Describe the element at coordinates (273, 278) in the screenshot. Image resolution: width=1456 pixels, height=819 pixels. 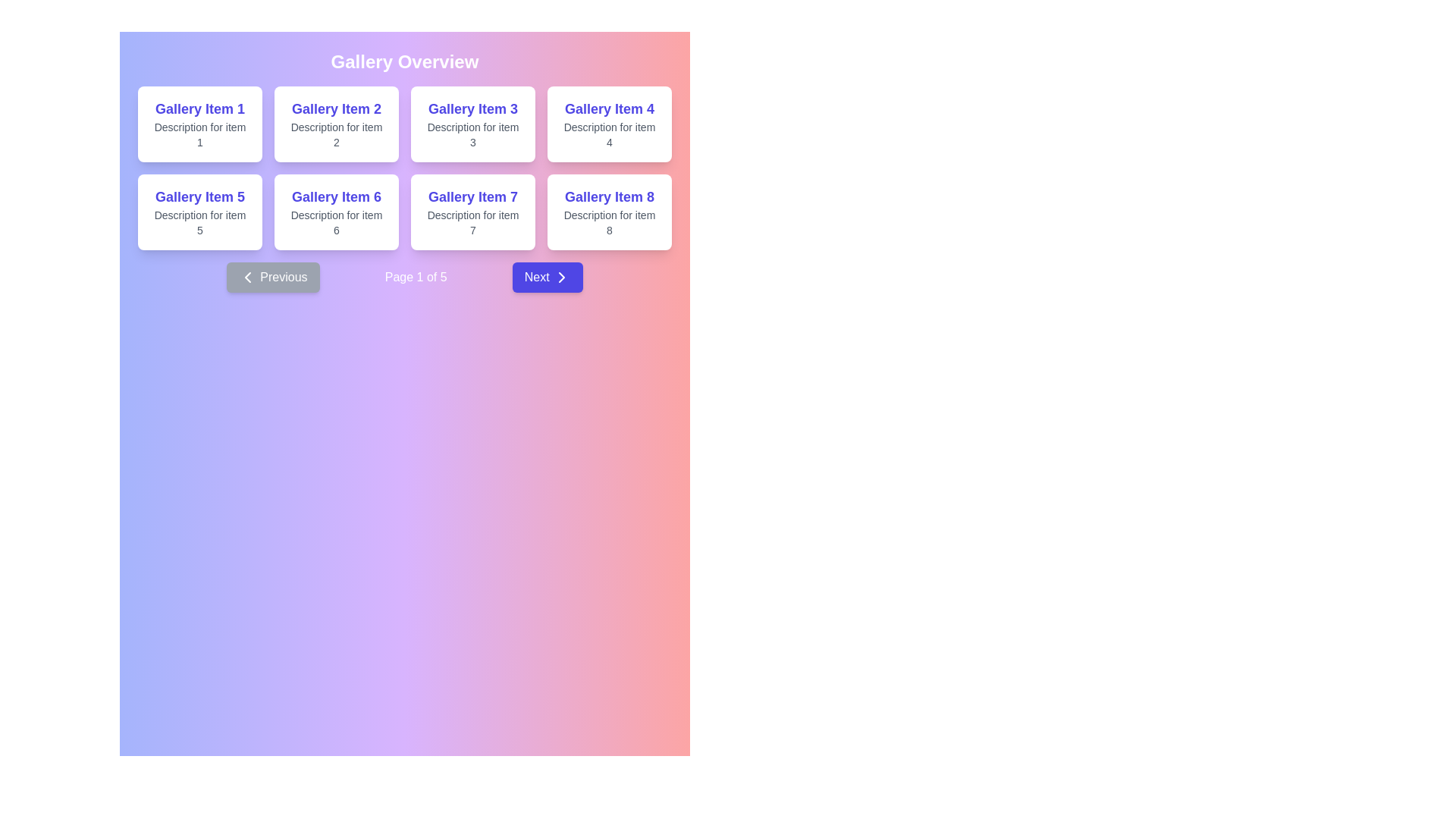
I see `the 'Previous' button with a dark blue background and white bold text` at that location.